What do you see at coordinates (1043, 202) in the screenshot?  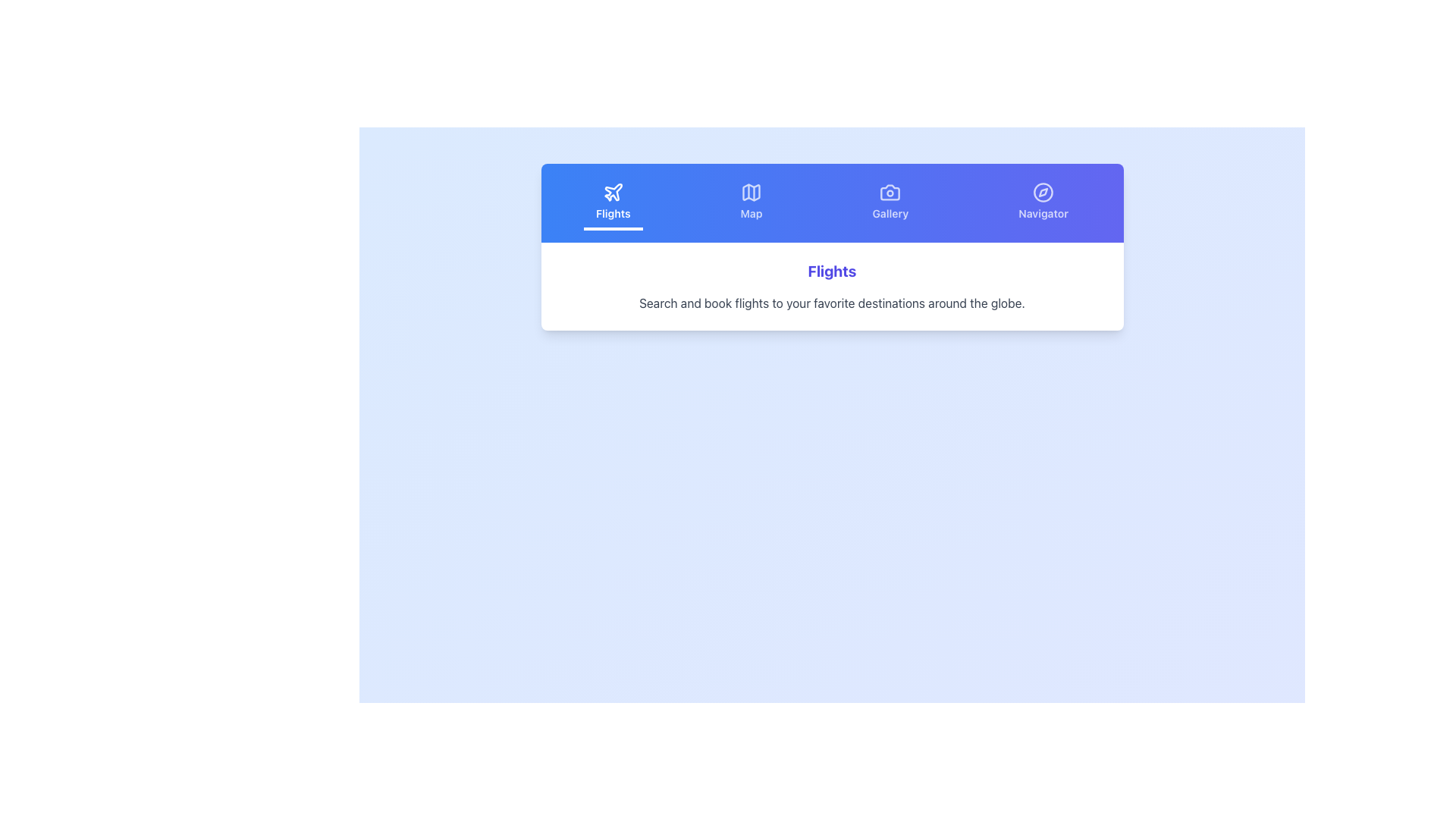 I see `the navigation button located at the far right of the horizontal navigation bar` at bounding box center [1043, 202].